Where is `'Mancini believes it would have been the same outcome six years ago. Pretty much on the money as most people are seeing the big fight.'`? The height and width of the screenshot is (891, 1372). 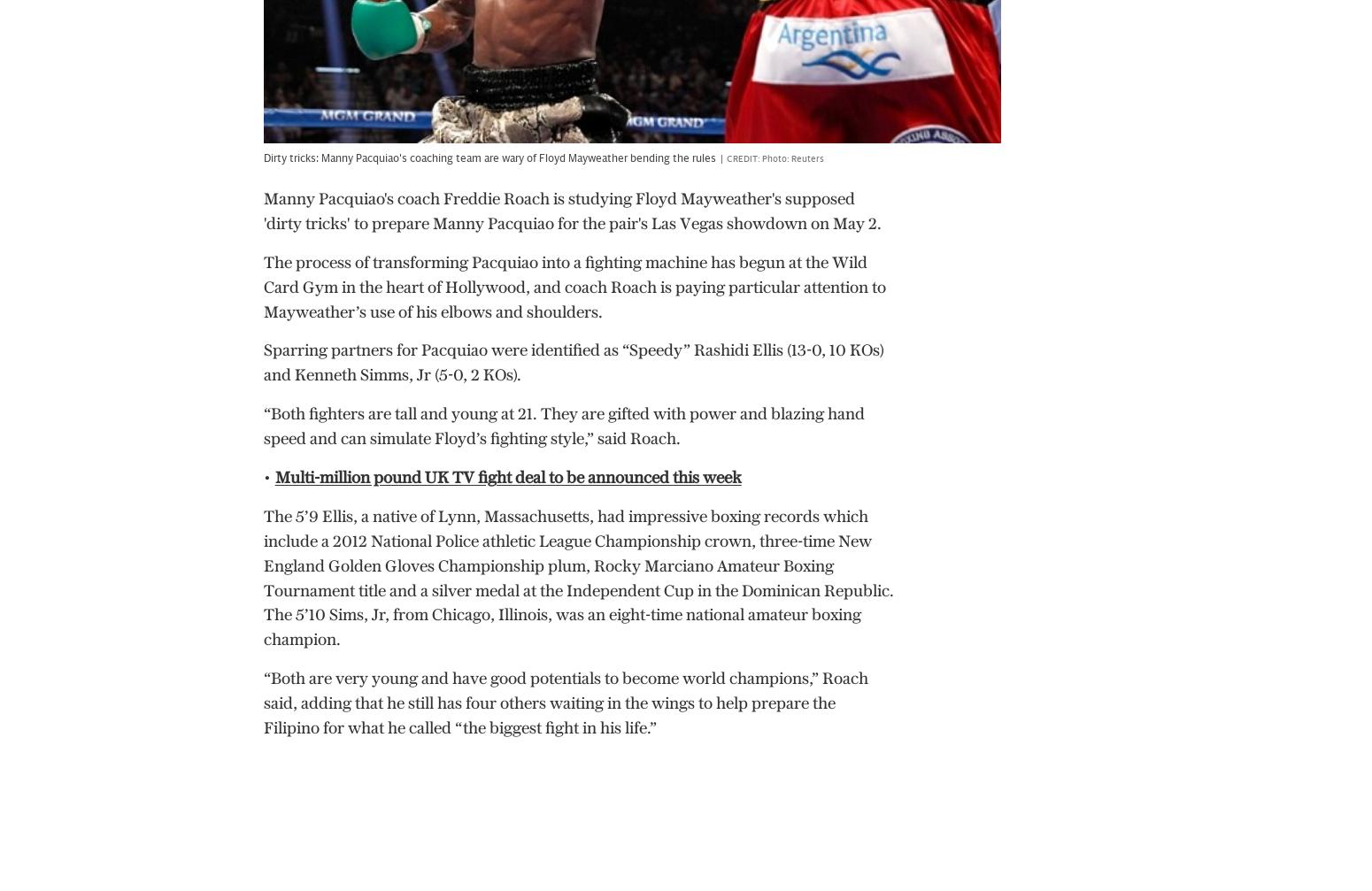
'Mancini believes it would have been the same outcome six years ago. Pretty much on the money as most people are seeing the big fight.' is located at coordinates (566, 106).